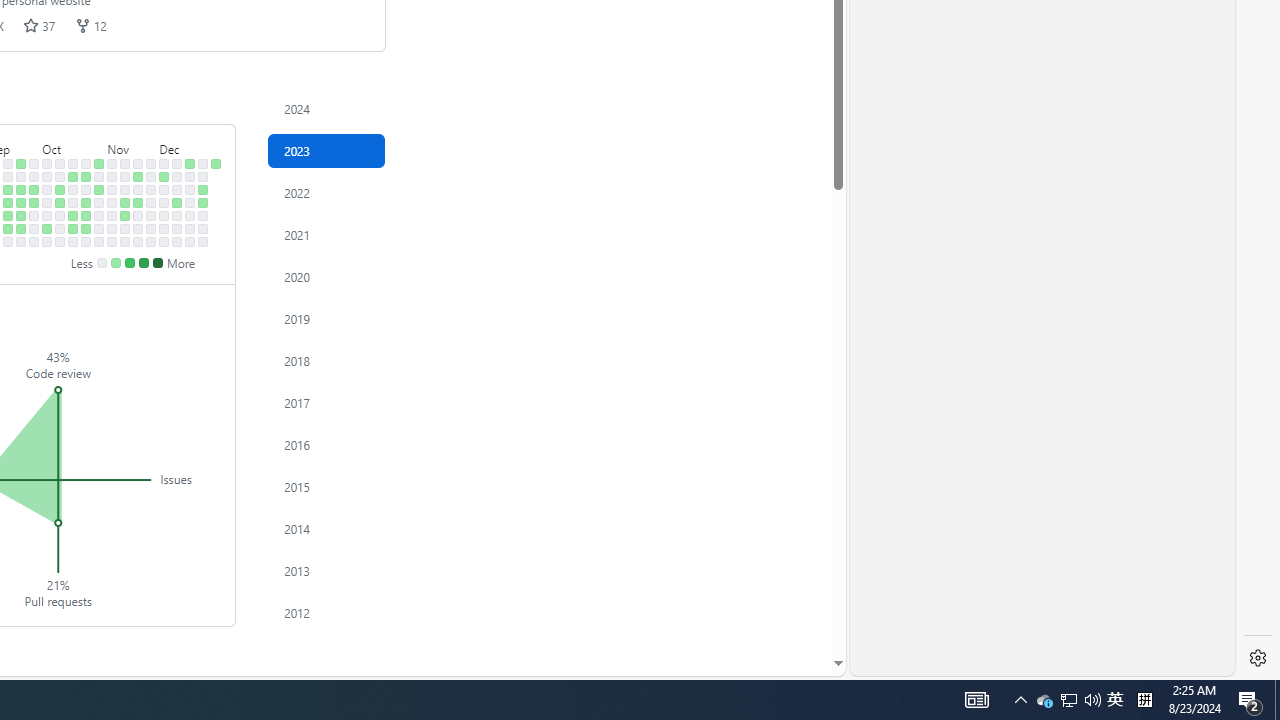 The image size is (1280, 720). I want to click on 'No contributions on November 5th.', so click(111, 162).